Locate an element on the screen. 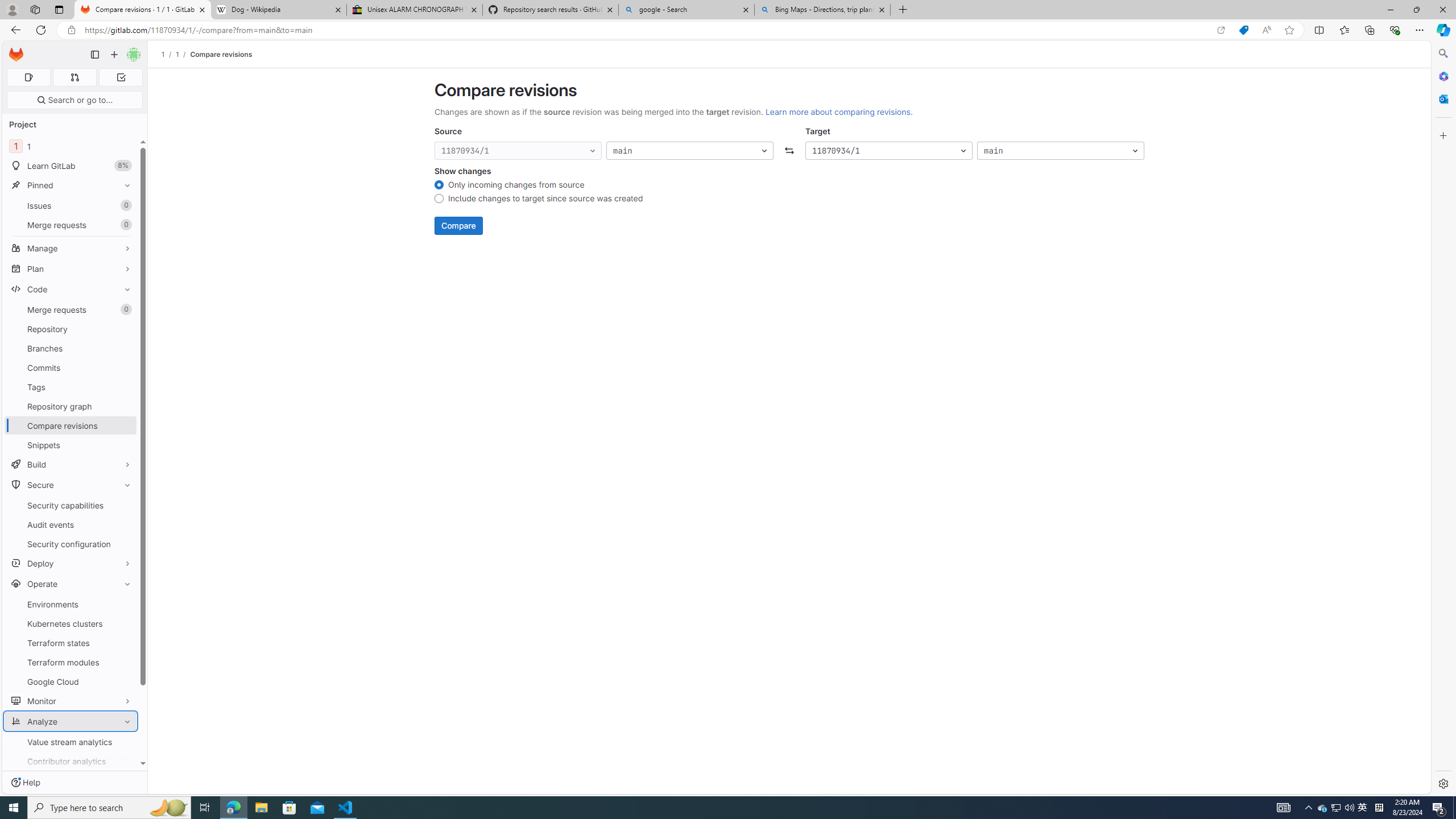 The width and height of the screenshot is (1456, 819). 'Pin Tags' is located at coordinates (125, 386).